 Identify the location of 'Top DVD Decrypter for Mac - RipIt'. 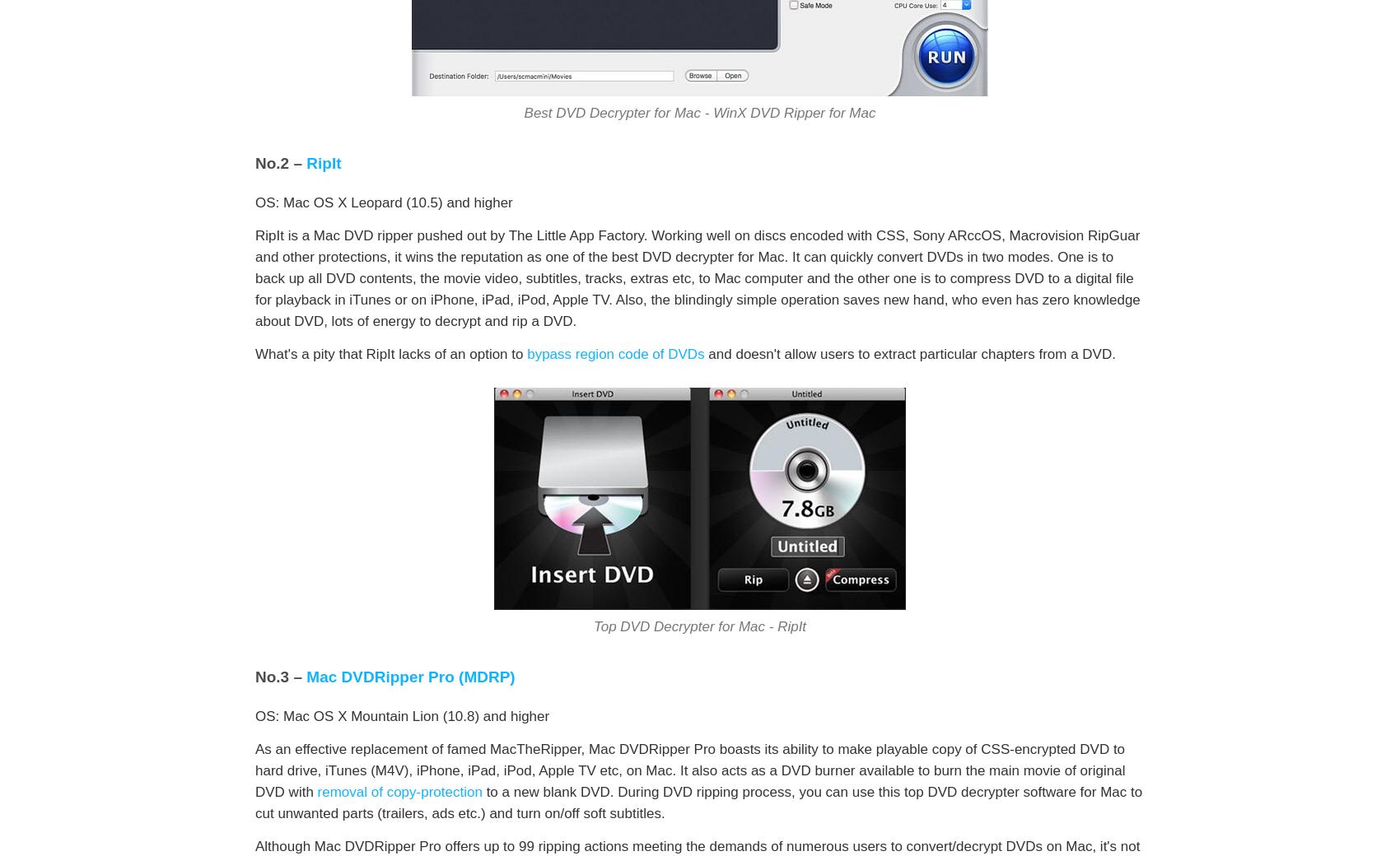
(698, 626).